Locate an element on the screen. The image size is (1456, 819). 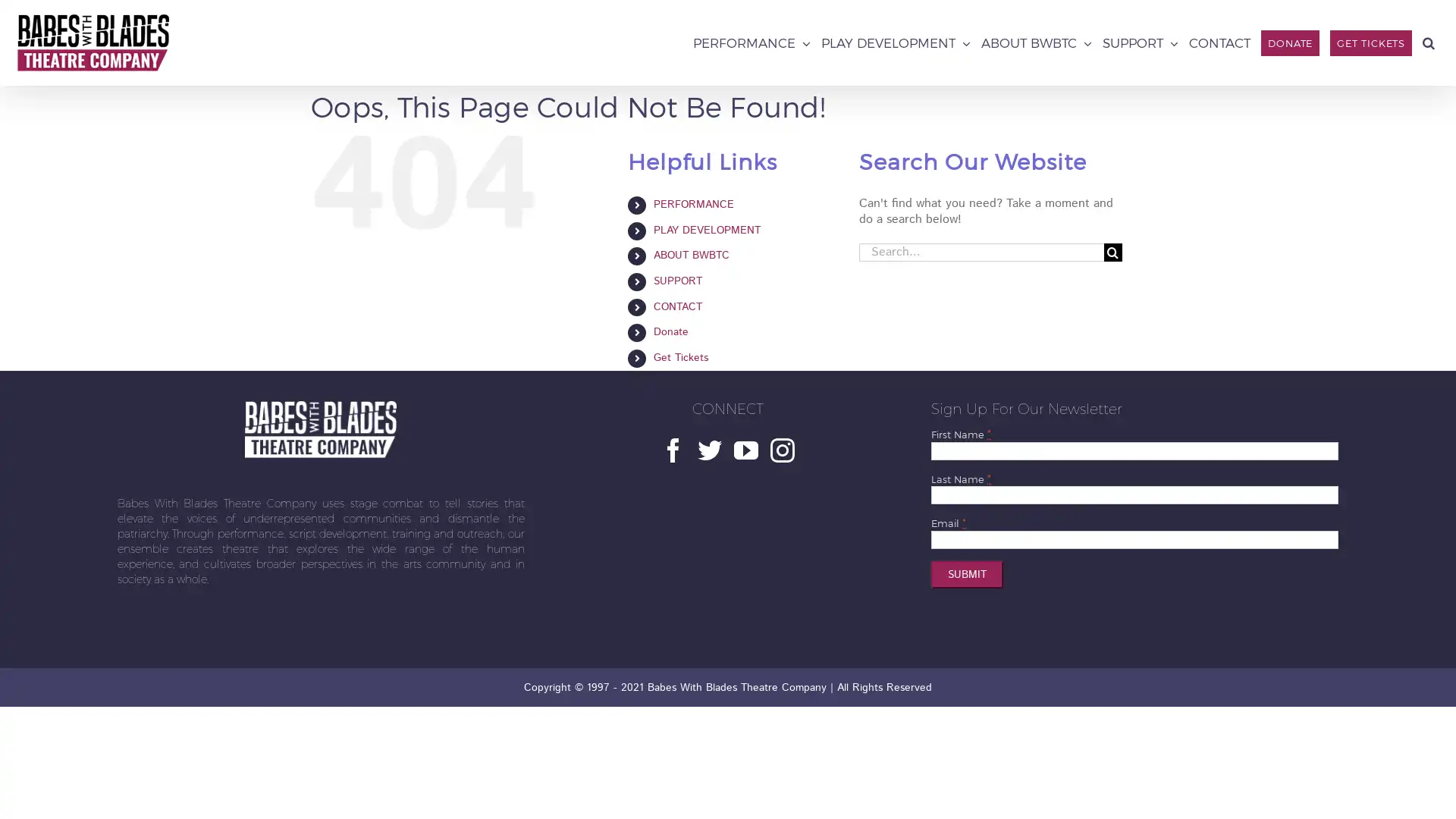
Submit is located at coordinates (966, 575).